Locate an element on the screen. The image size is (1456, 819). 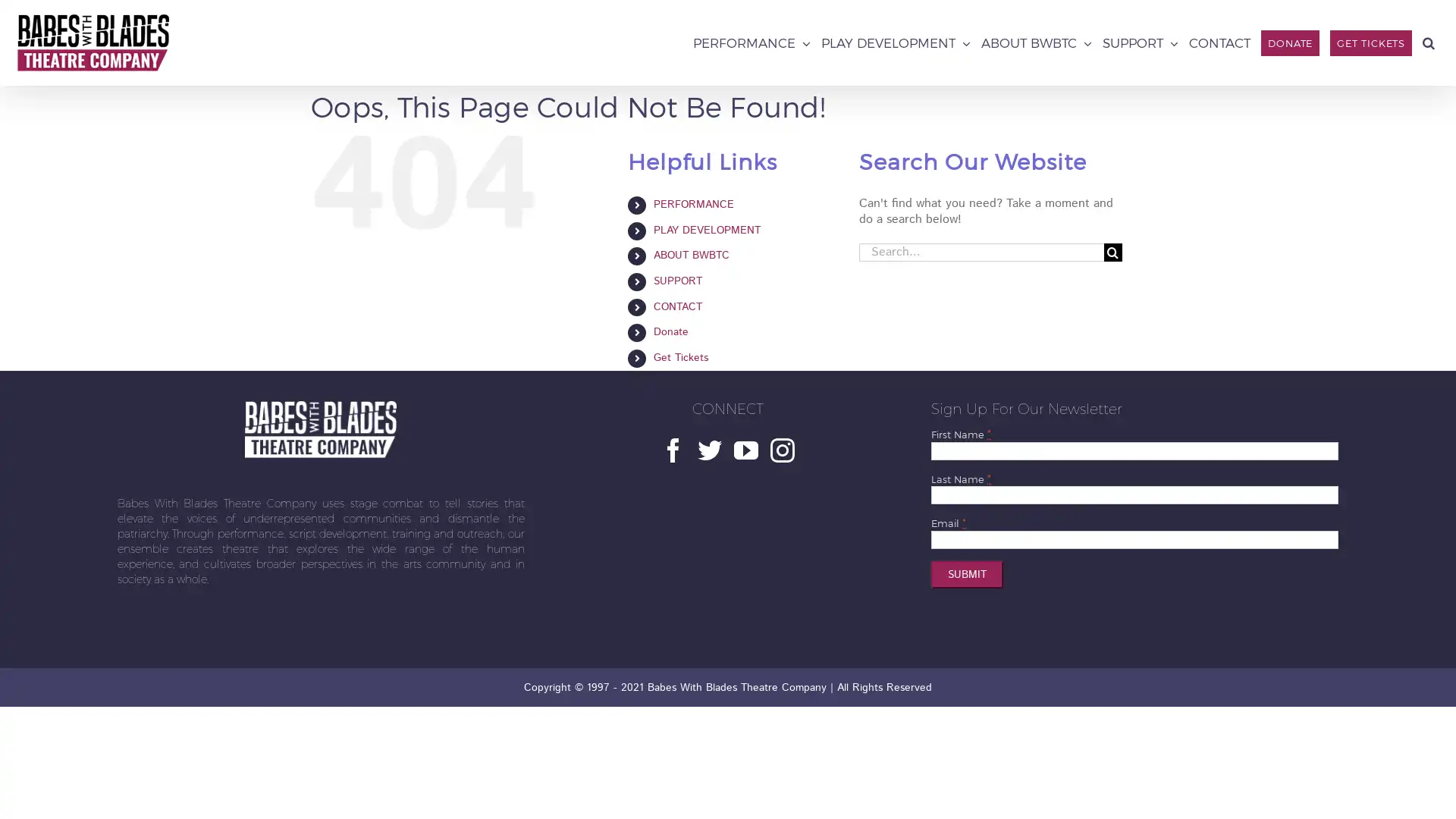
Submit is located at coordinates (966, 575).